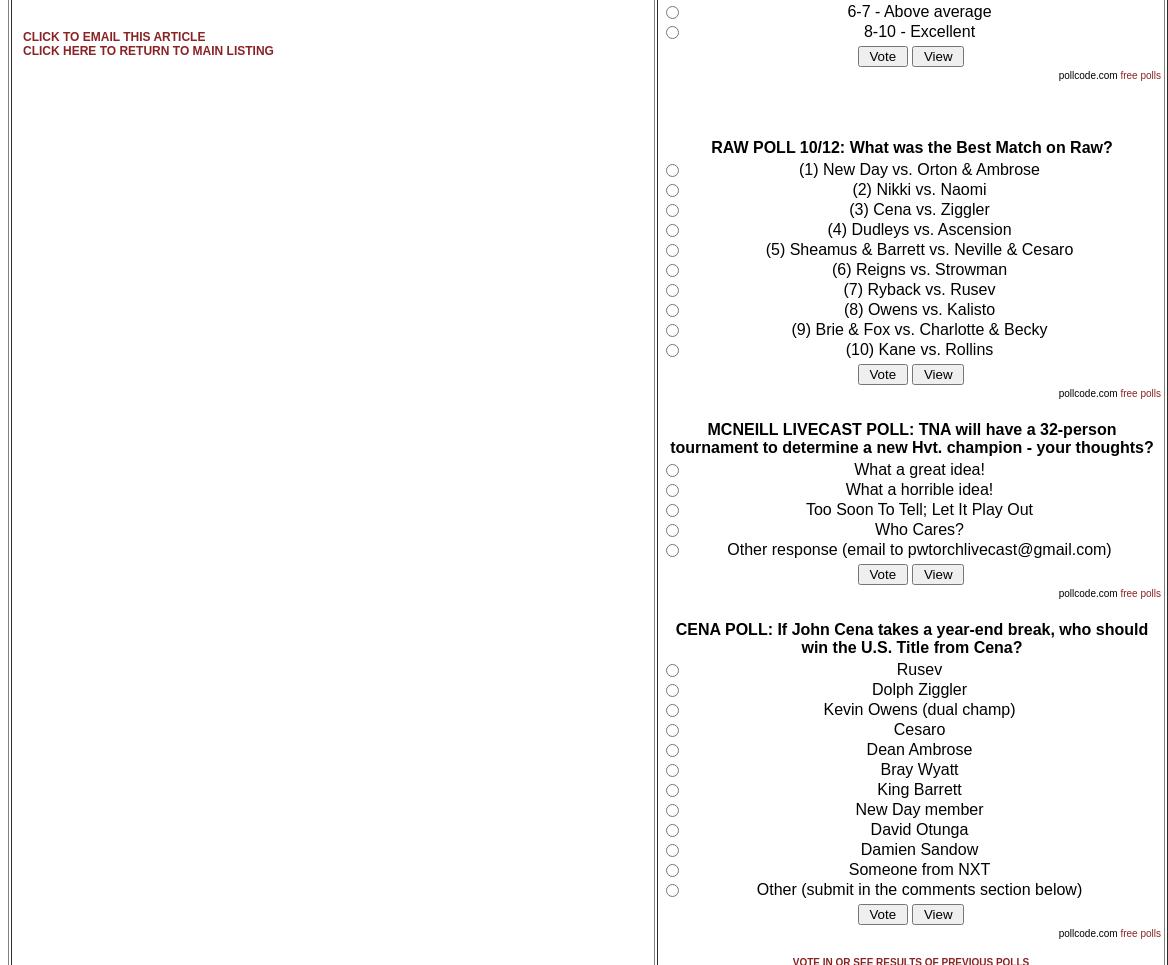 This screenshot has width=1168, height=965. Describe the element at coordinates (918, 168) in the screenshot. I see `'(1) New Day vs. Orton & Ambrose'` at that location.